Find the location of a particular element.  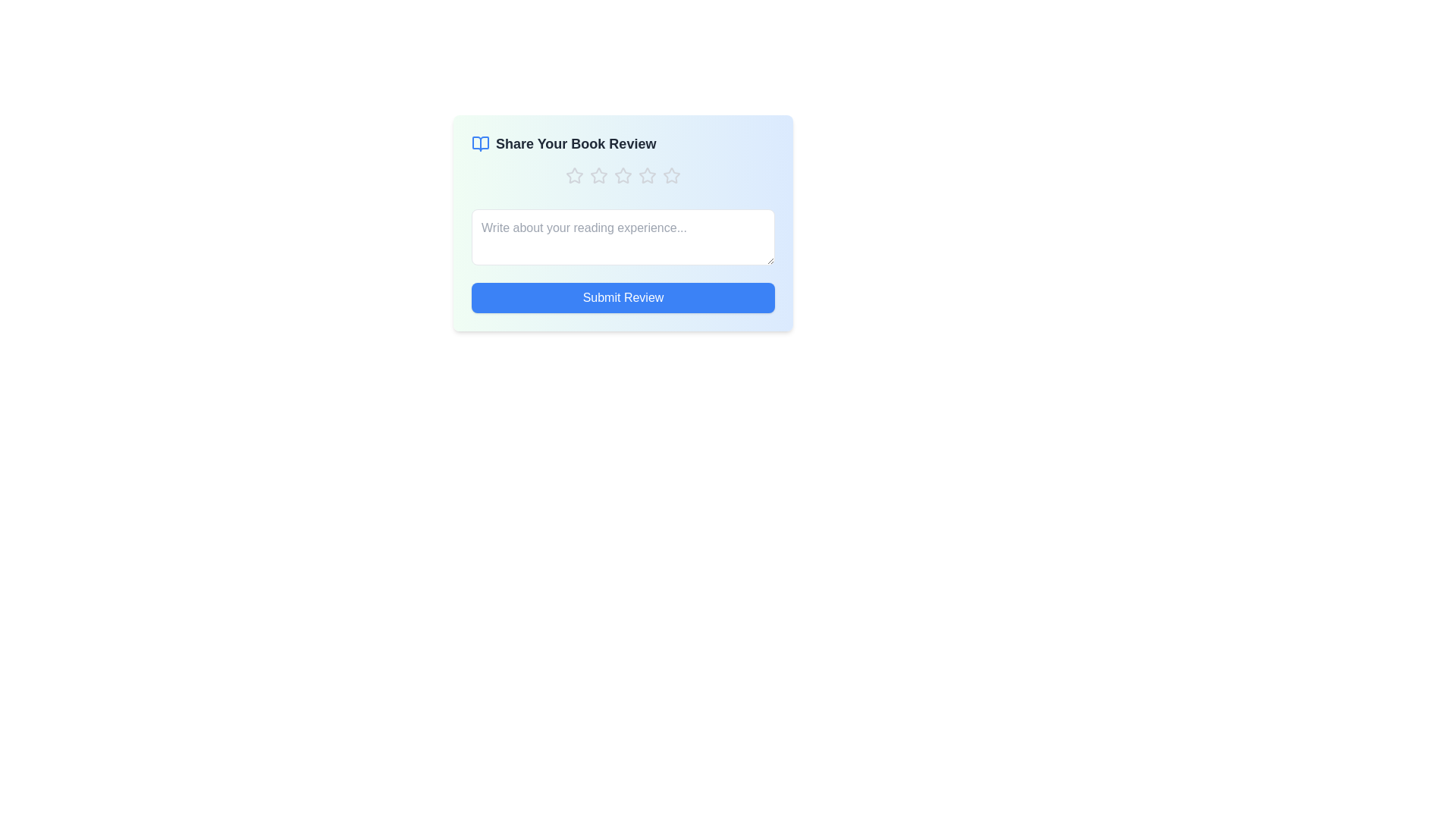

the book rating to 1 stars by clicking on the corresponding star is located at coordinates (574, 174).